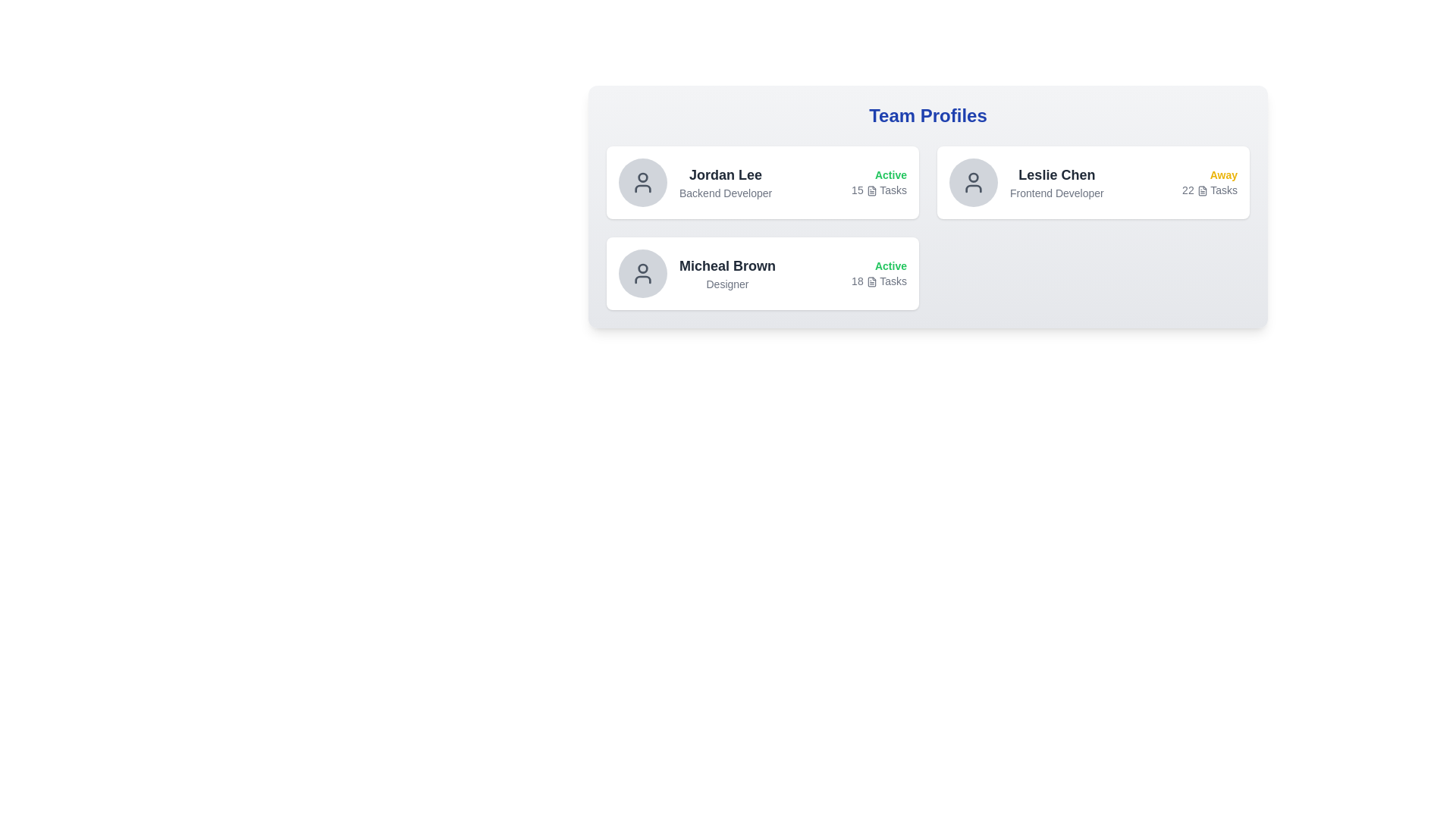 Image resolution: width=1456 pixels, height=819 pixels. Describe the element at coordinates (973, 181) in the screenshot. I see `the User Profile icon, which is a small circular icon depicting a person's silhouette with gray strokes, located in the top-right profile card of the 'Team Profiles' section` at that location.